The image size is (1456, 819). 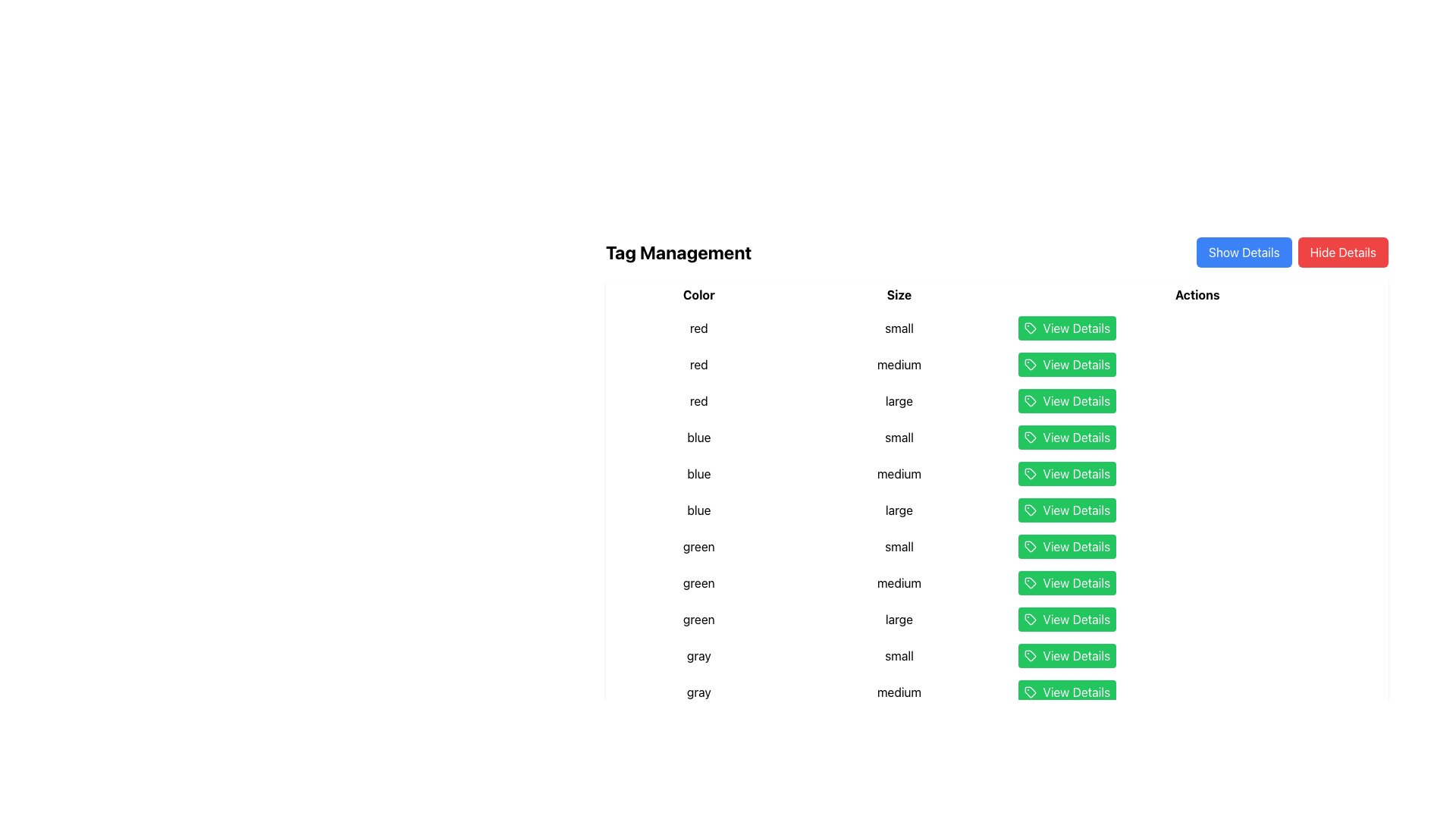 What do you see at coordinates (1031, 654) in the screenshot?
I see `the green tag icon in the 'Actions' column of the 'Tag Management' table, located in the last row associated with the color 'gray'` at bounding box center [1031, 654].